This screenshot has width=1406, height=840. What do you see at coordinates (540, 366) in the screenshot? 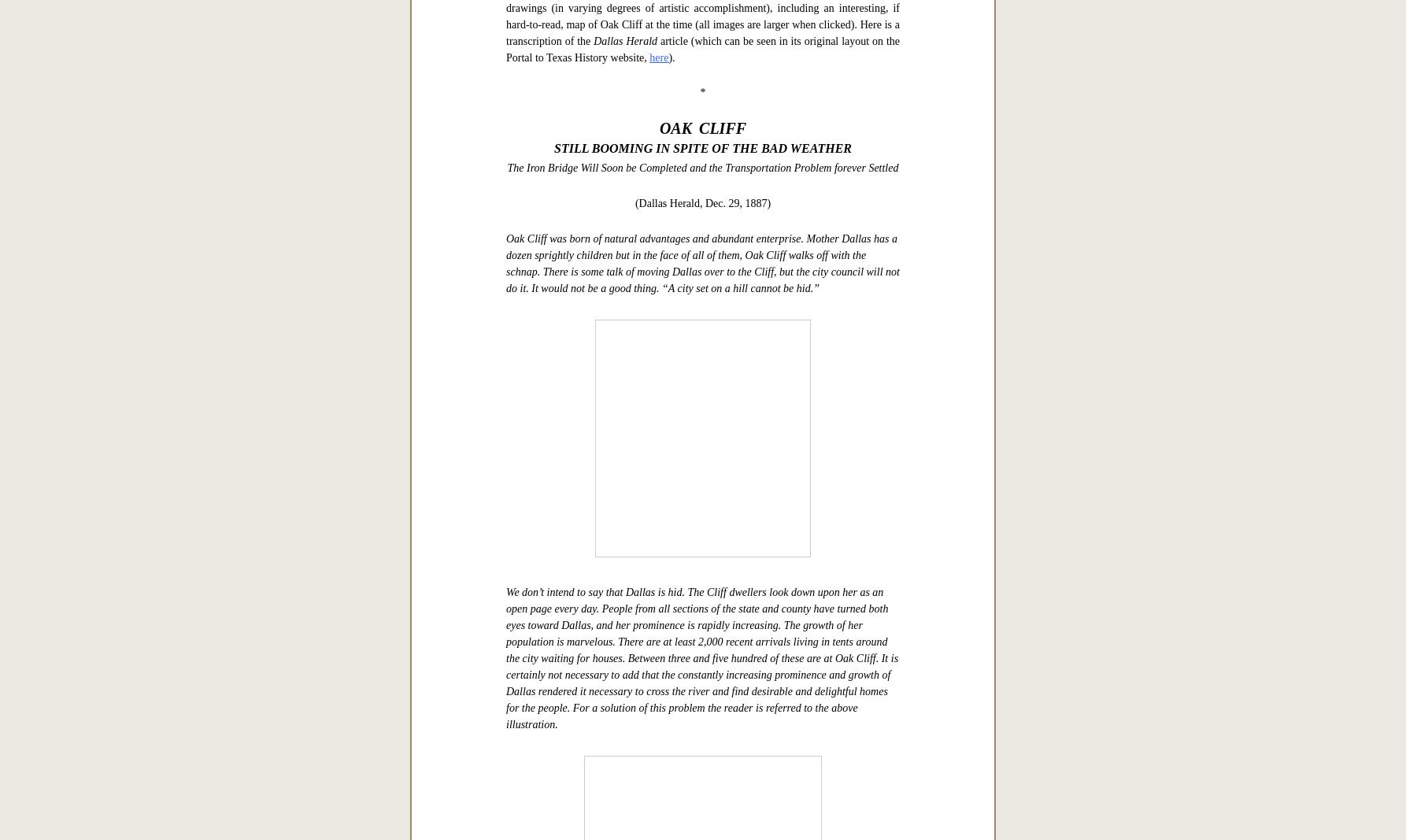
I see `'by Paula Bosse'` at bounding box center [540, 366].